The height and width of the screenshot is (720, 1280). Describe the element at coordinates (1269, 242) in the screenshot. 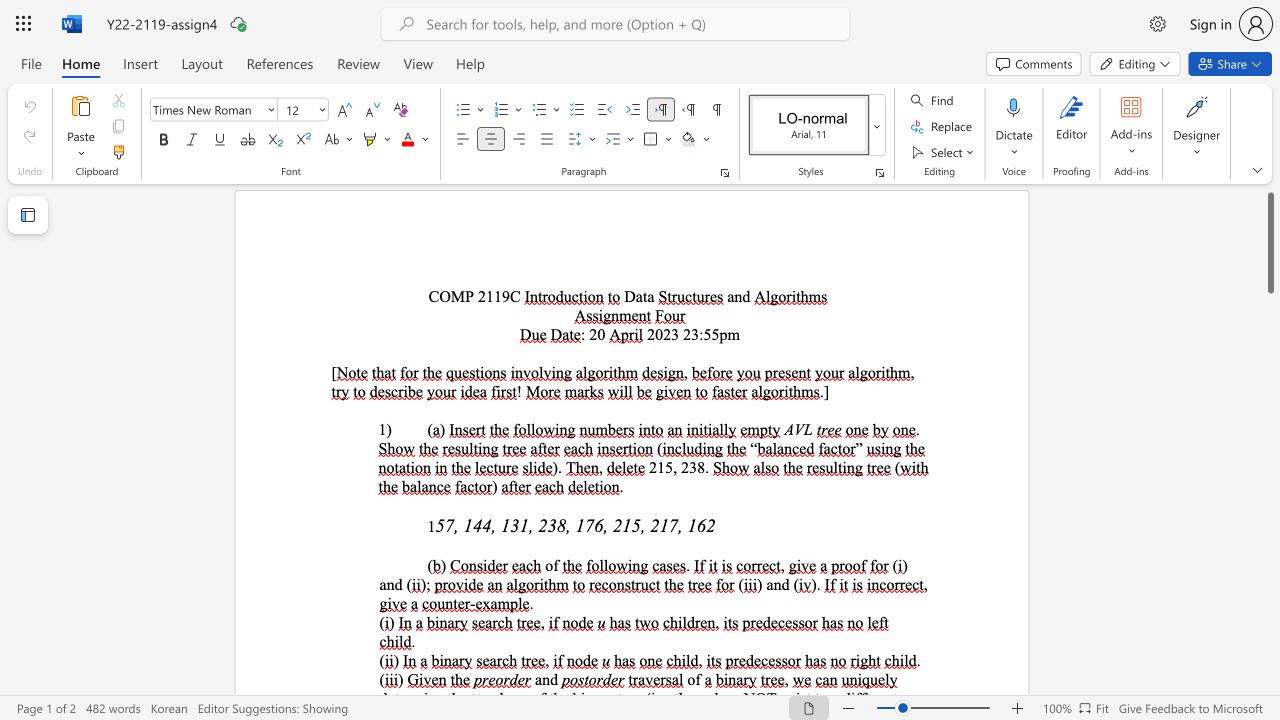

I see `the scrollbar and move down 30 pixels` at that location.